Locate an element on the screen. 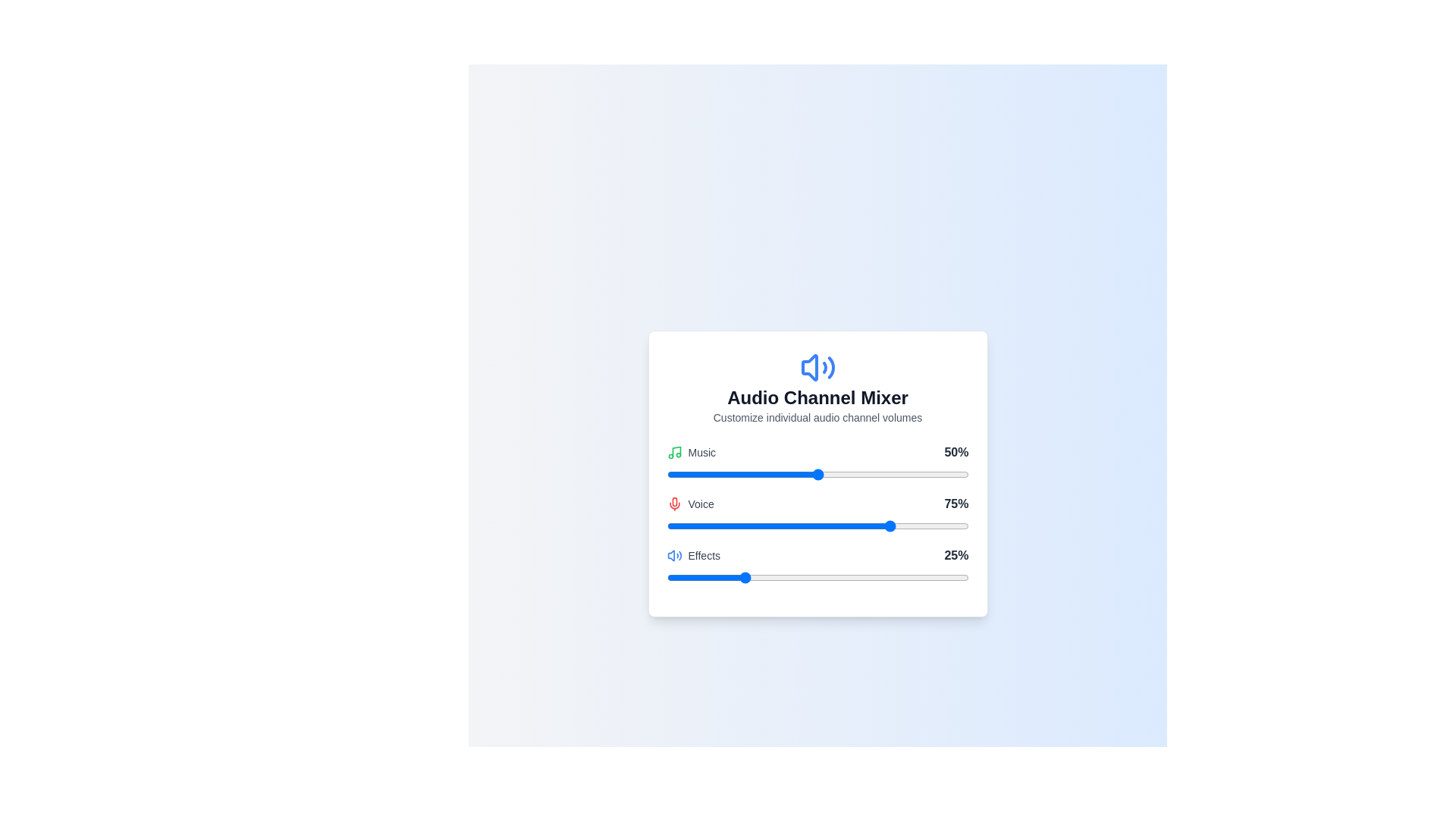  effects volume is located at coordinates (890, 578).